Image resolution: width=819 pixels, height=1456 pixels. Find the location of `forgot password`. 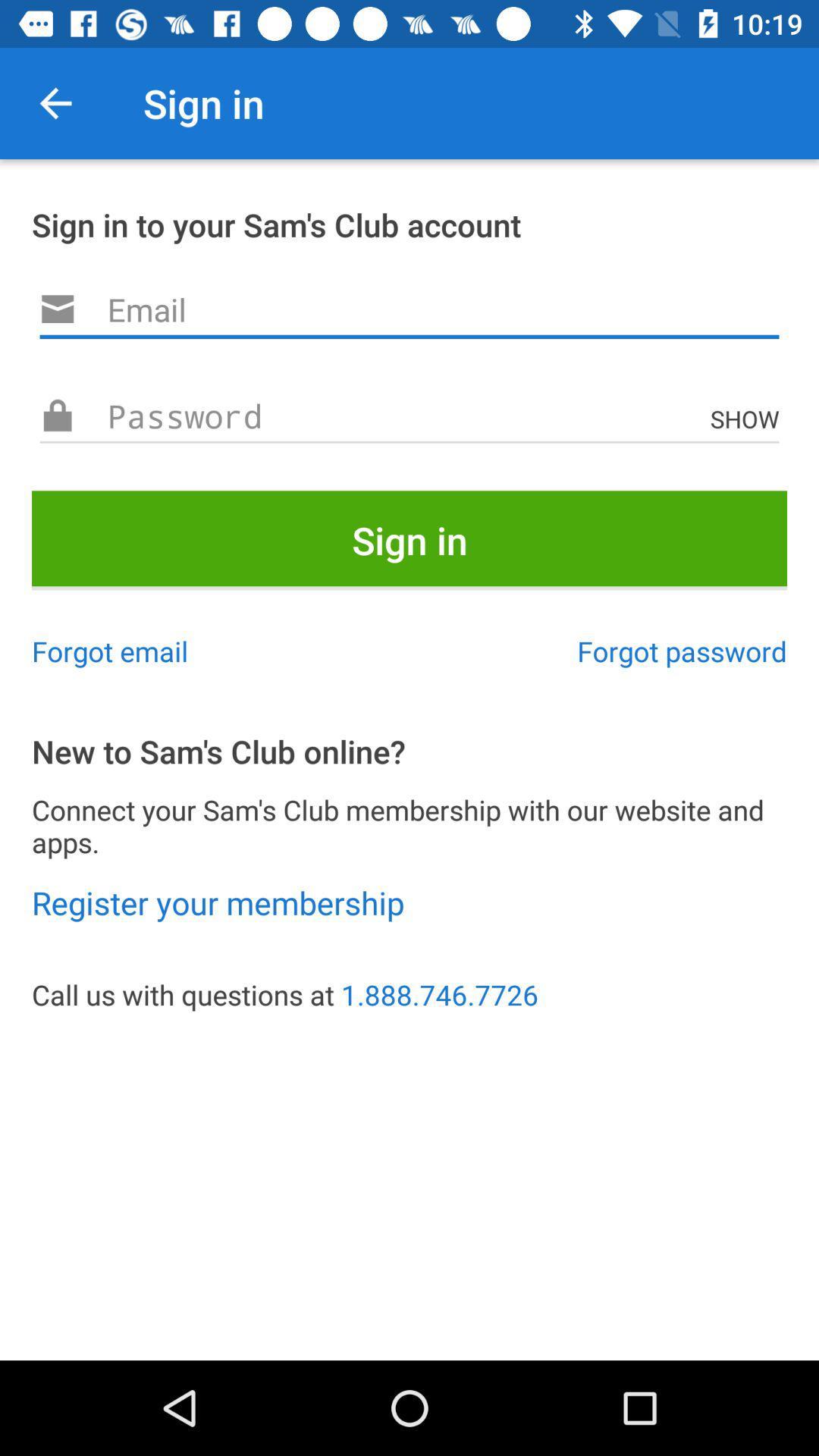

forgot password is located at coordinates (681, 651).